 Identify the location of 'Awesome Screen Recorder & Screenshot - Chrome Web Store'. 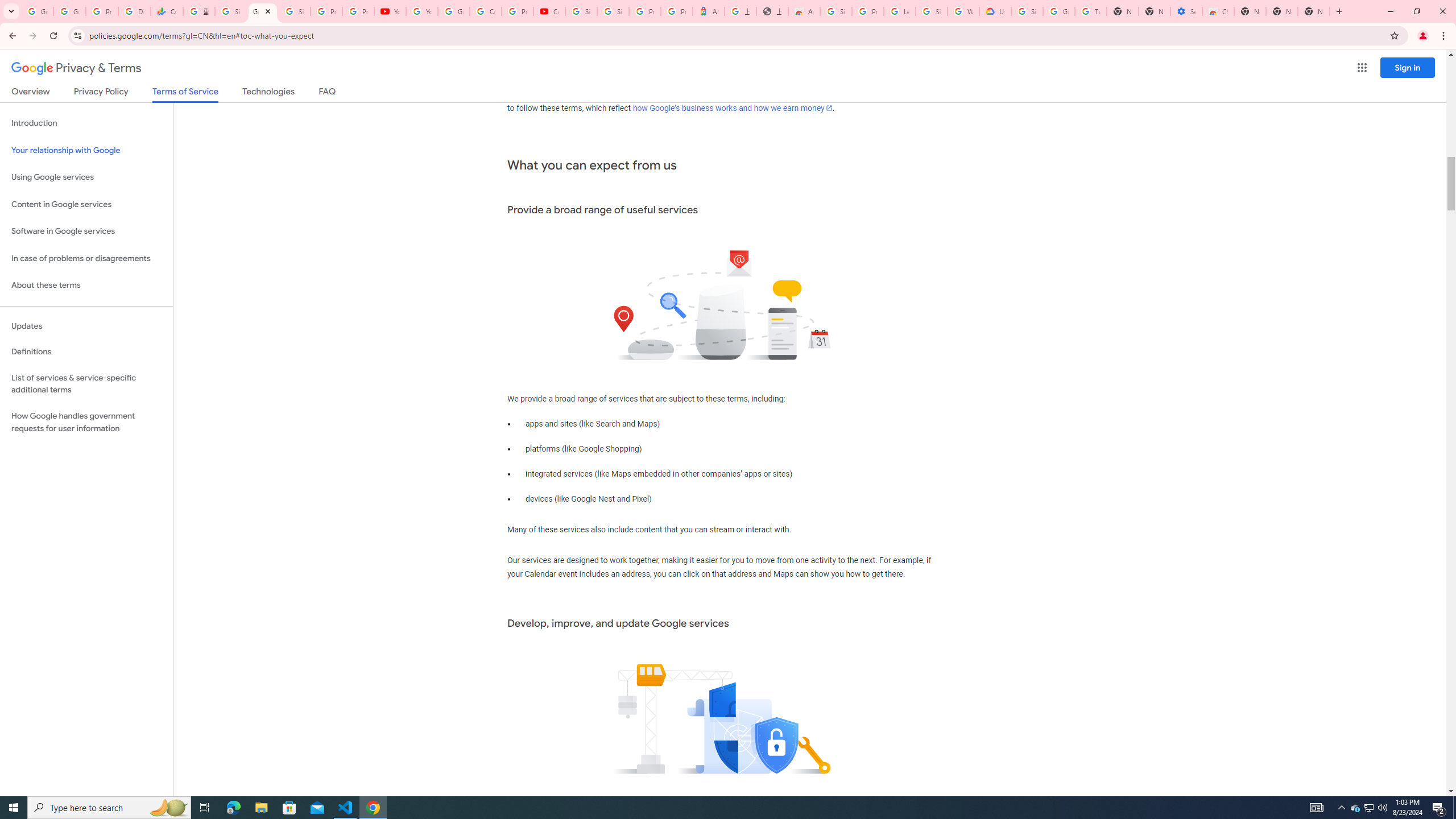
(804, 11).